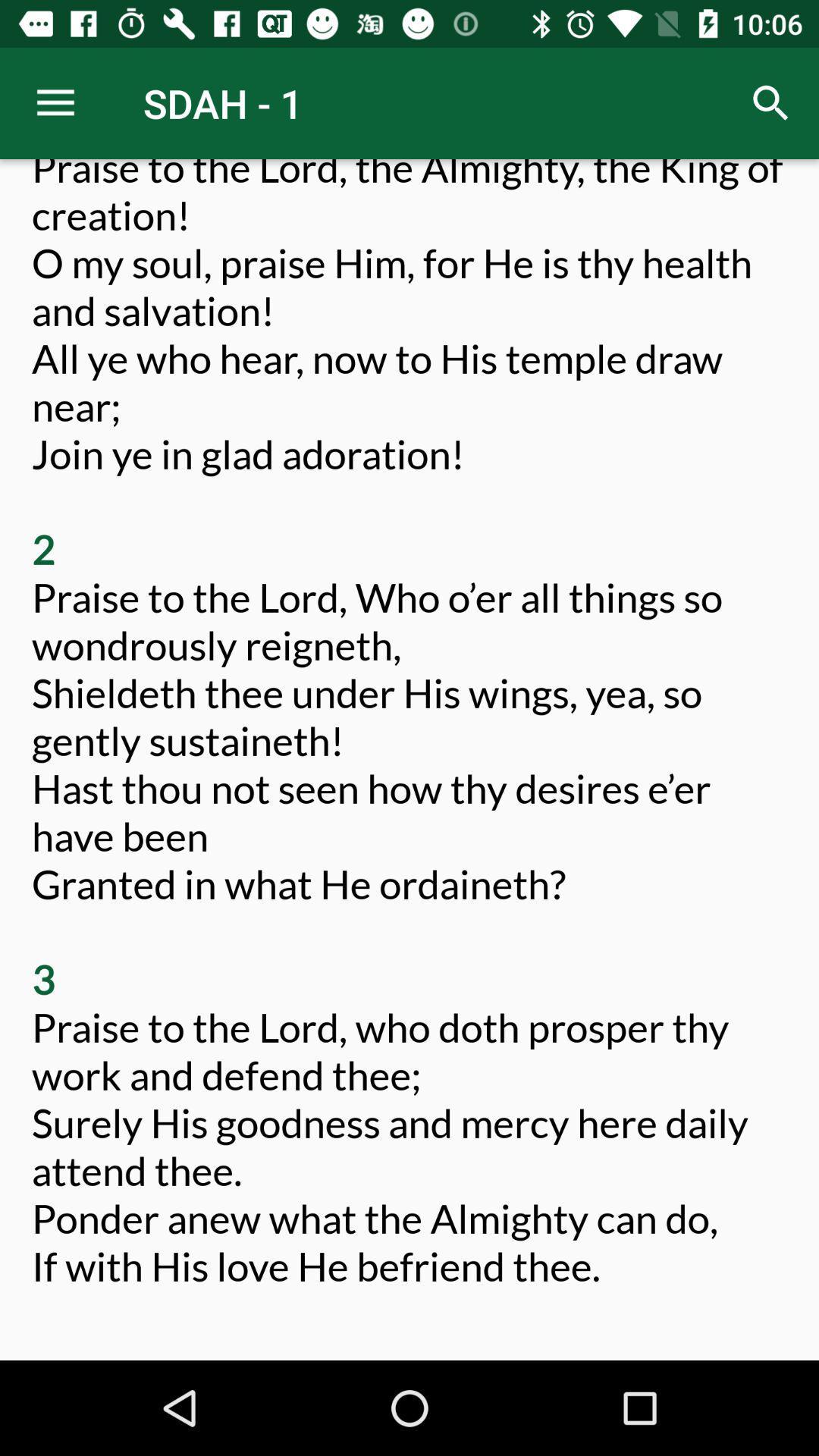  Describe the element at coordinates (55, 102) in the screenshot. I see `the item next to the sdah - 1 icon` at that location.